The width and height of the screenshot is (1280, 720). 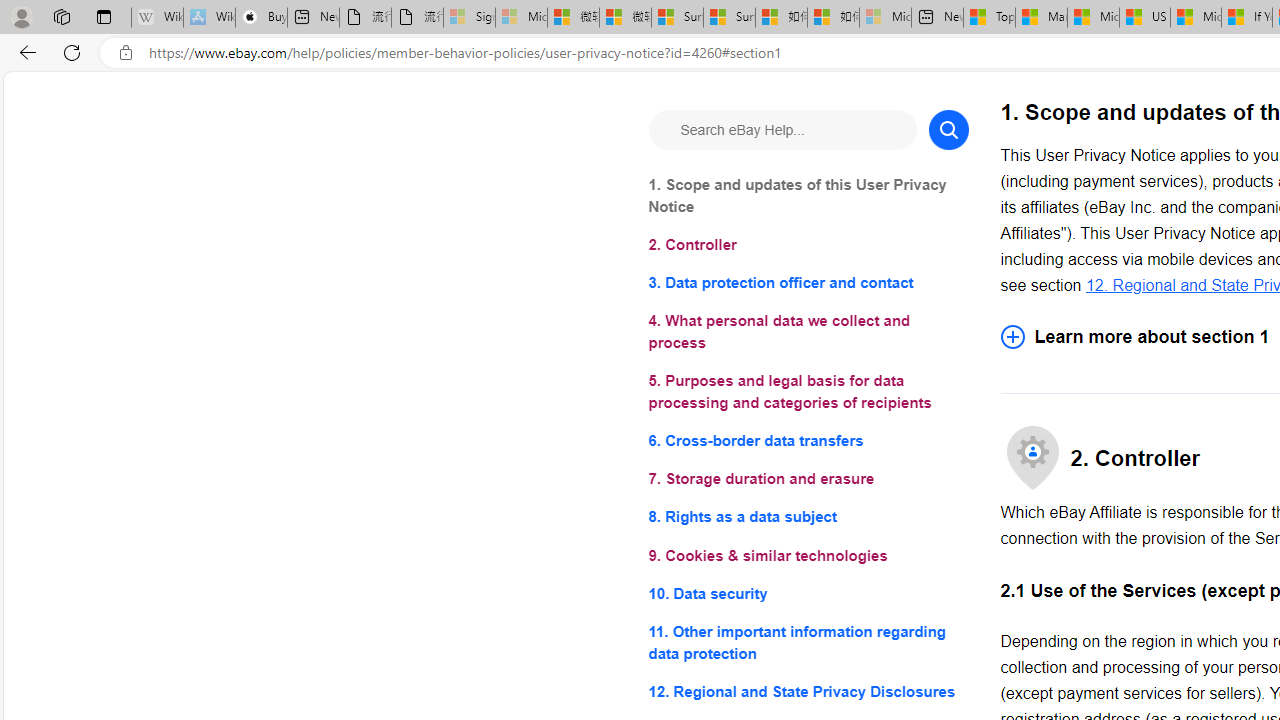 I want to click on '12. Regional and State Privacy Disclosures', so click(x=808, y=690).